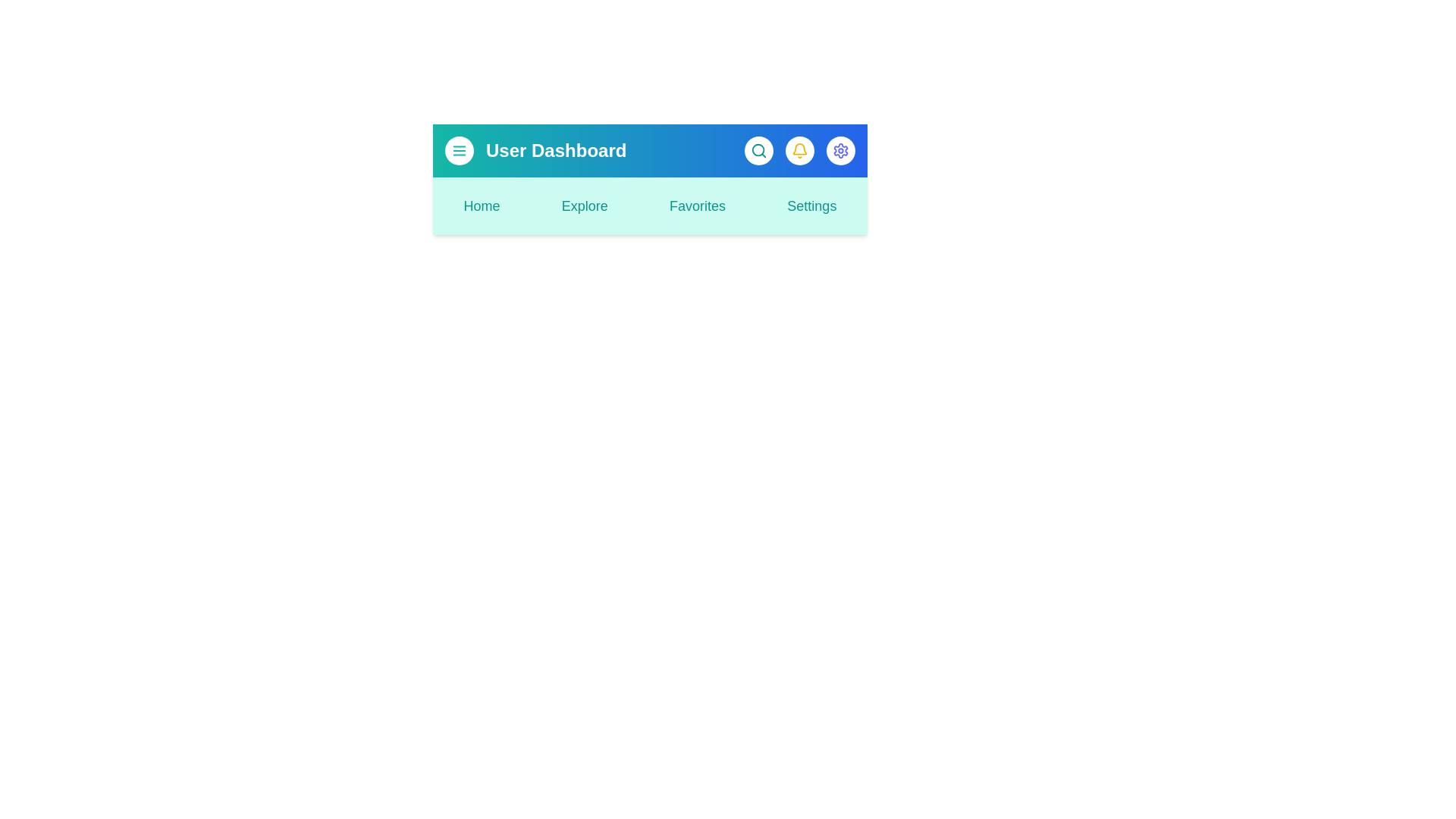 This screenshot has height=819, width=1456. What do you see at coordinates (799, 151) in the screenshot?
I see `the bell button to access notifications` at bounding box center [799, 151].